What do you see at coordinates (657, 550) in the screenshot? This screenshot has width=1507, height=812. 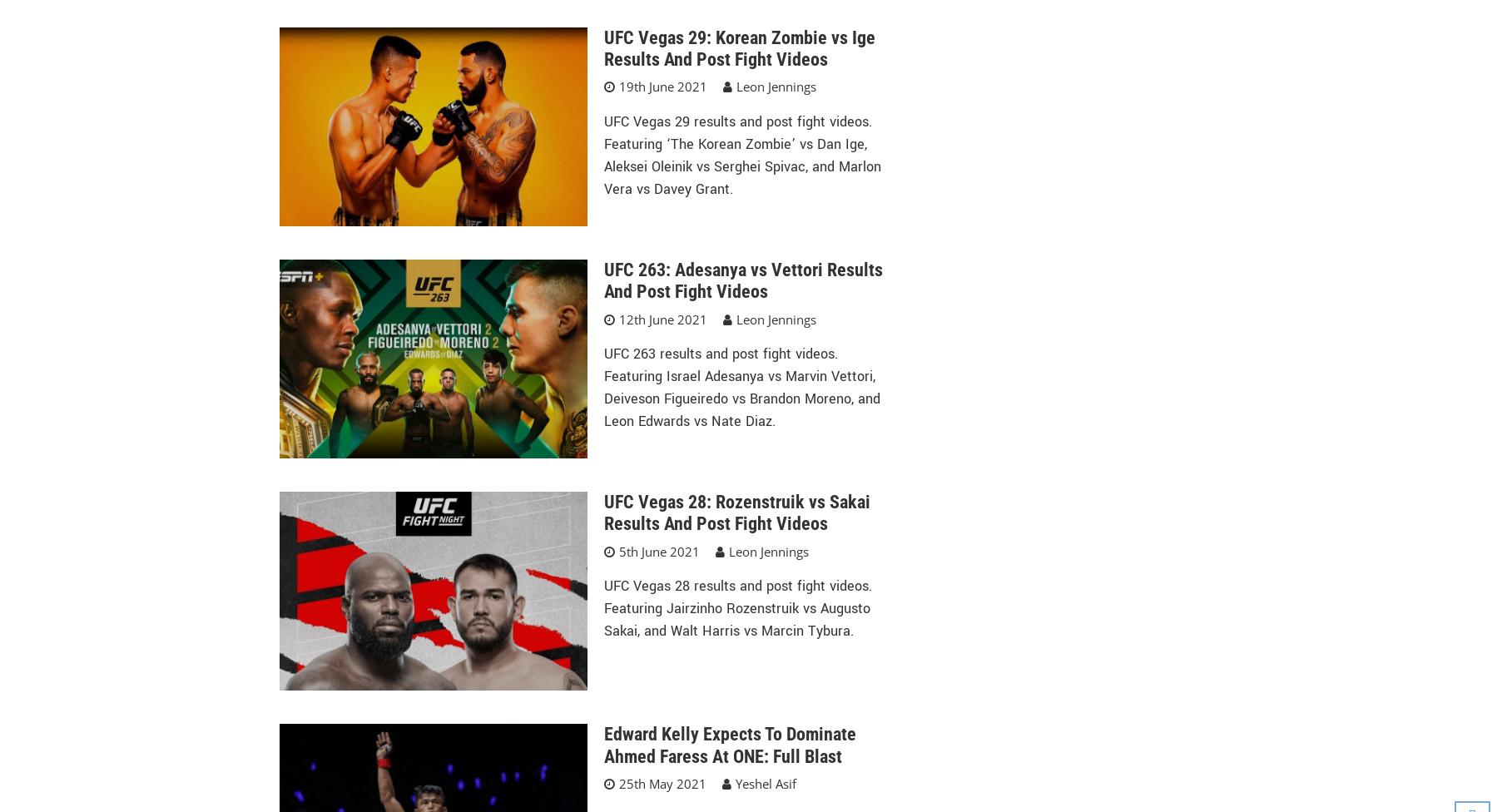 I see `'5th June 2021'` at bounding box center [657, 550].